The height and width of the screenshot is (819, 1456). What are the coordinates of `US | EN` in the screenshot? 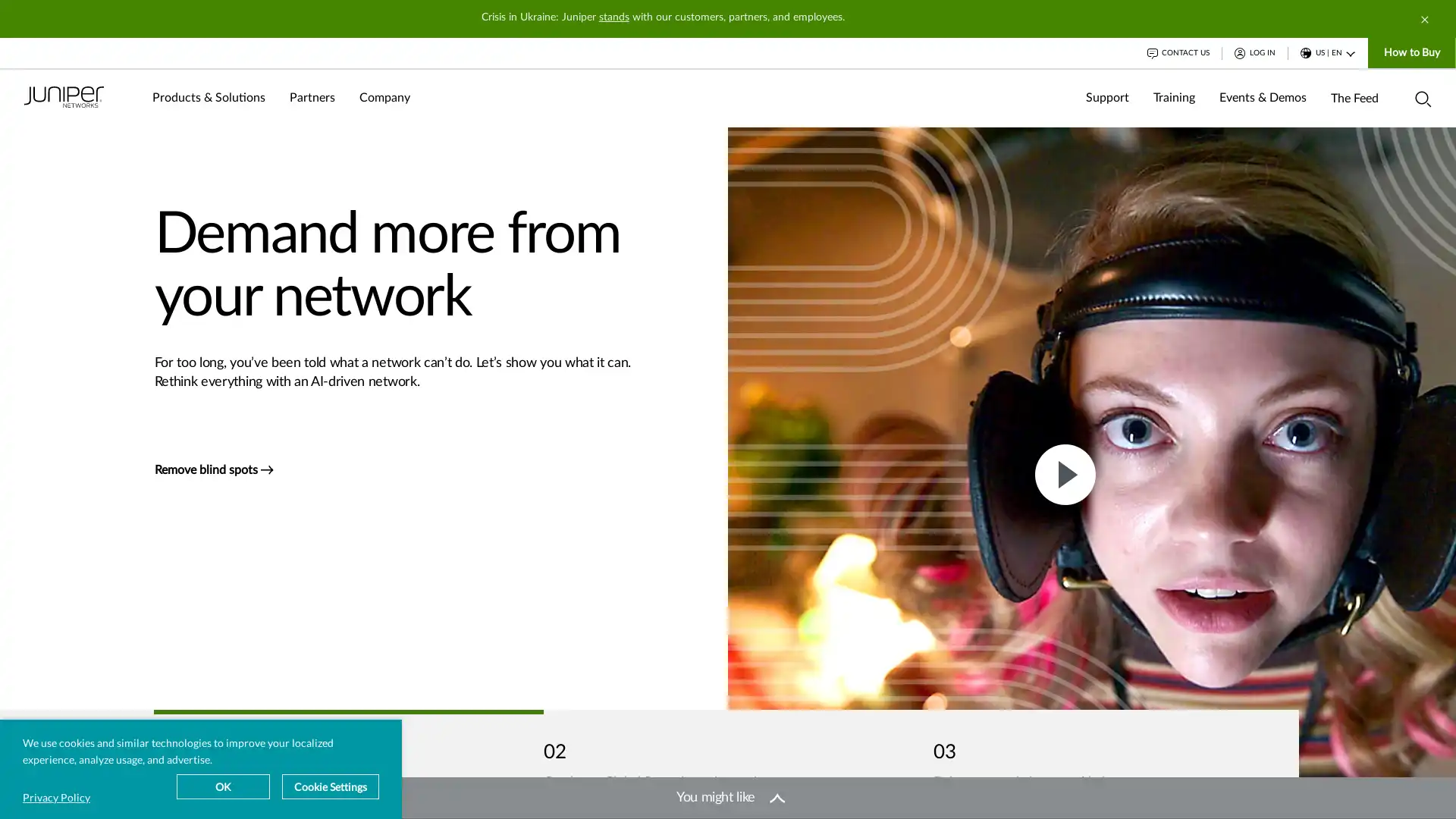 It's located at (1327, 52).